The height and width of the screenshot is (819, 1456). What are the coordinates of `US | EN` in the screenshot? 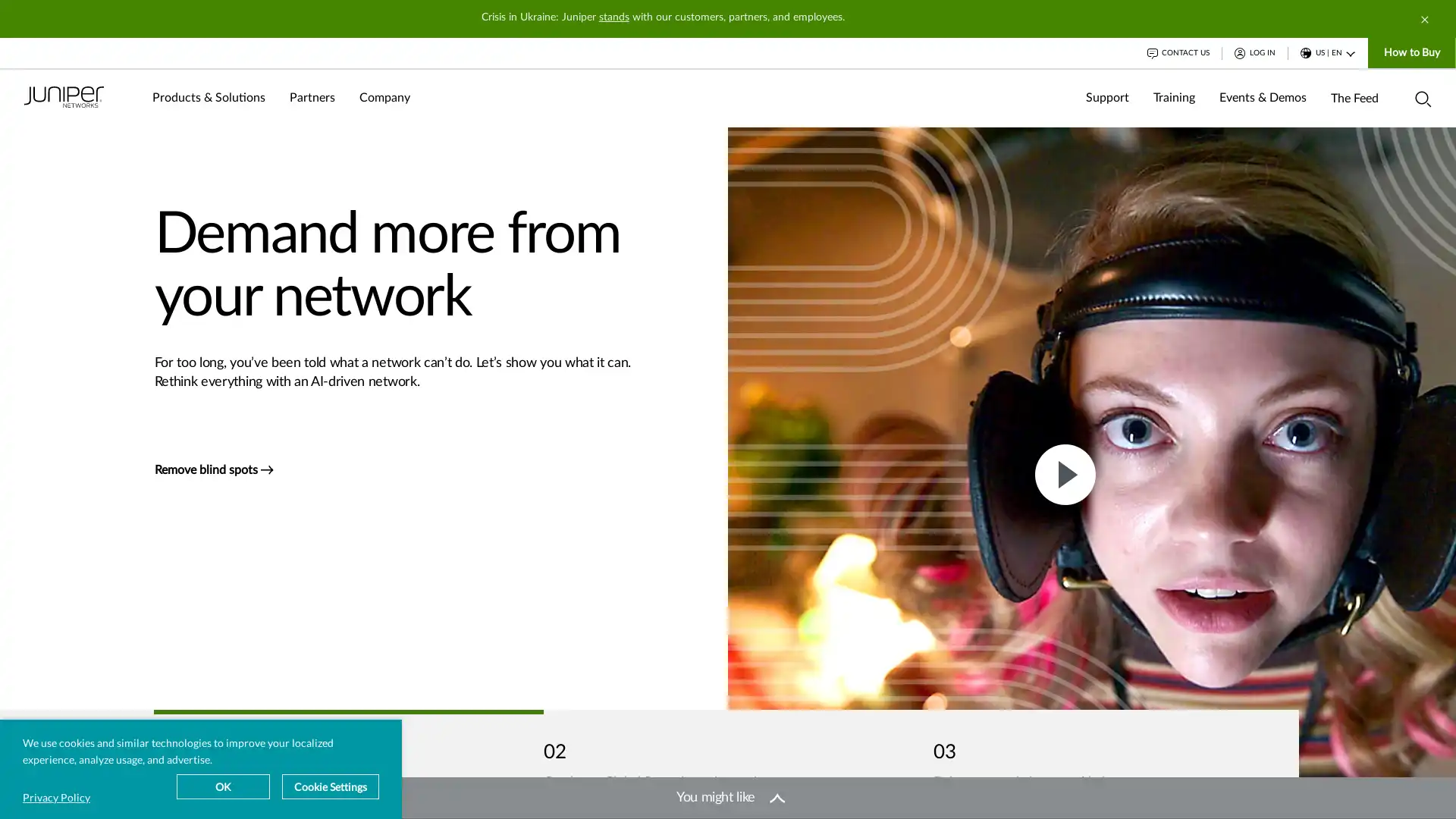 It's located at (1327, 52).